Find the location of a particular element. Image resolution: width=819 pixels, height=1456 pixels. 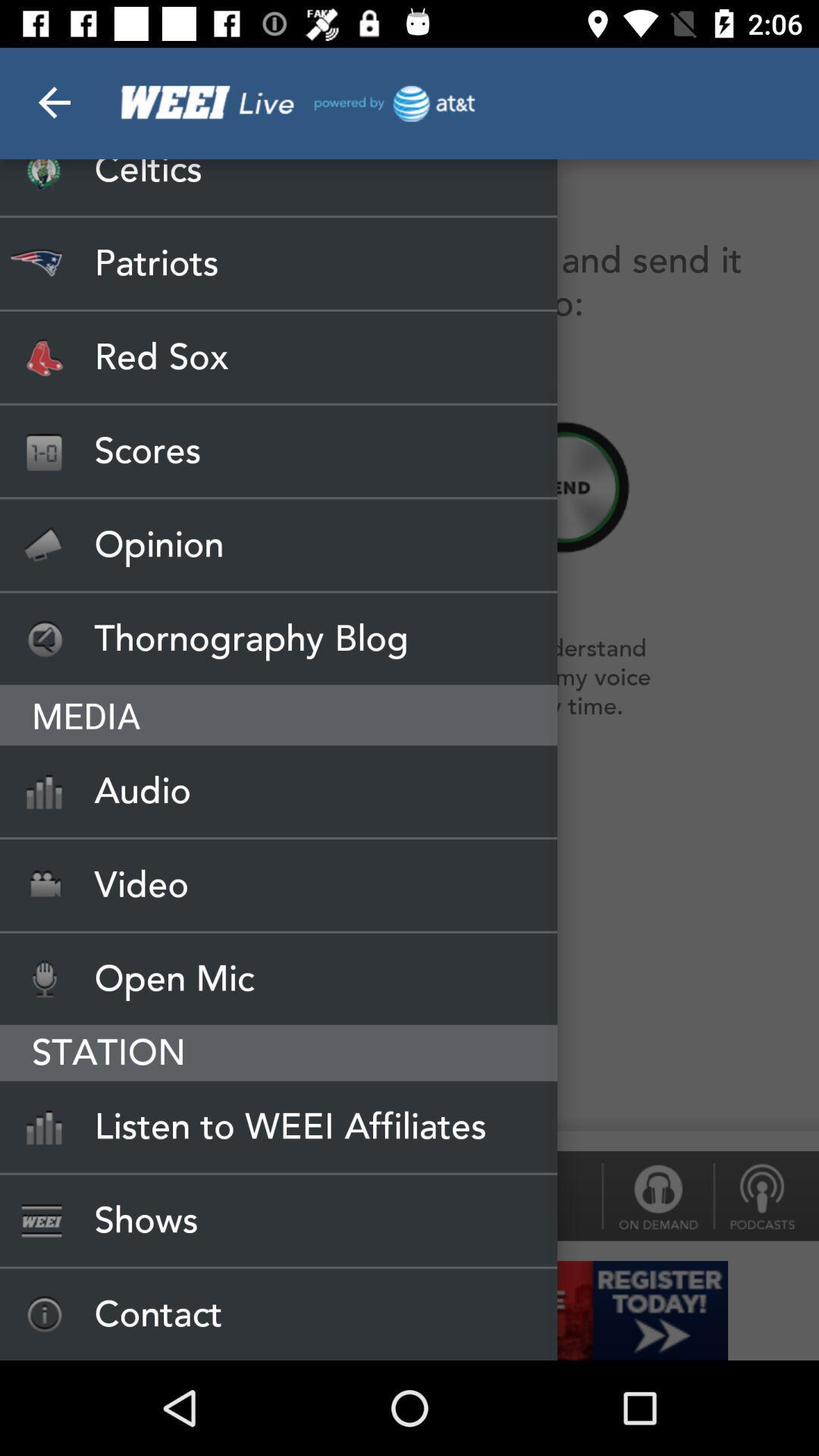

the lock icon is located at coordinates (657, 1195).